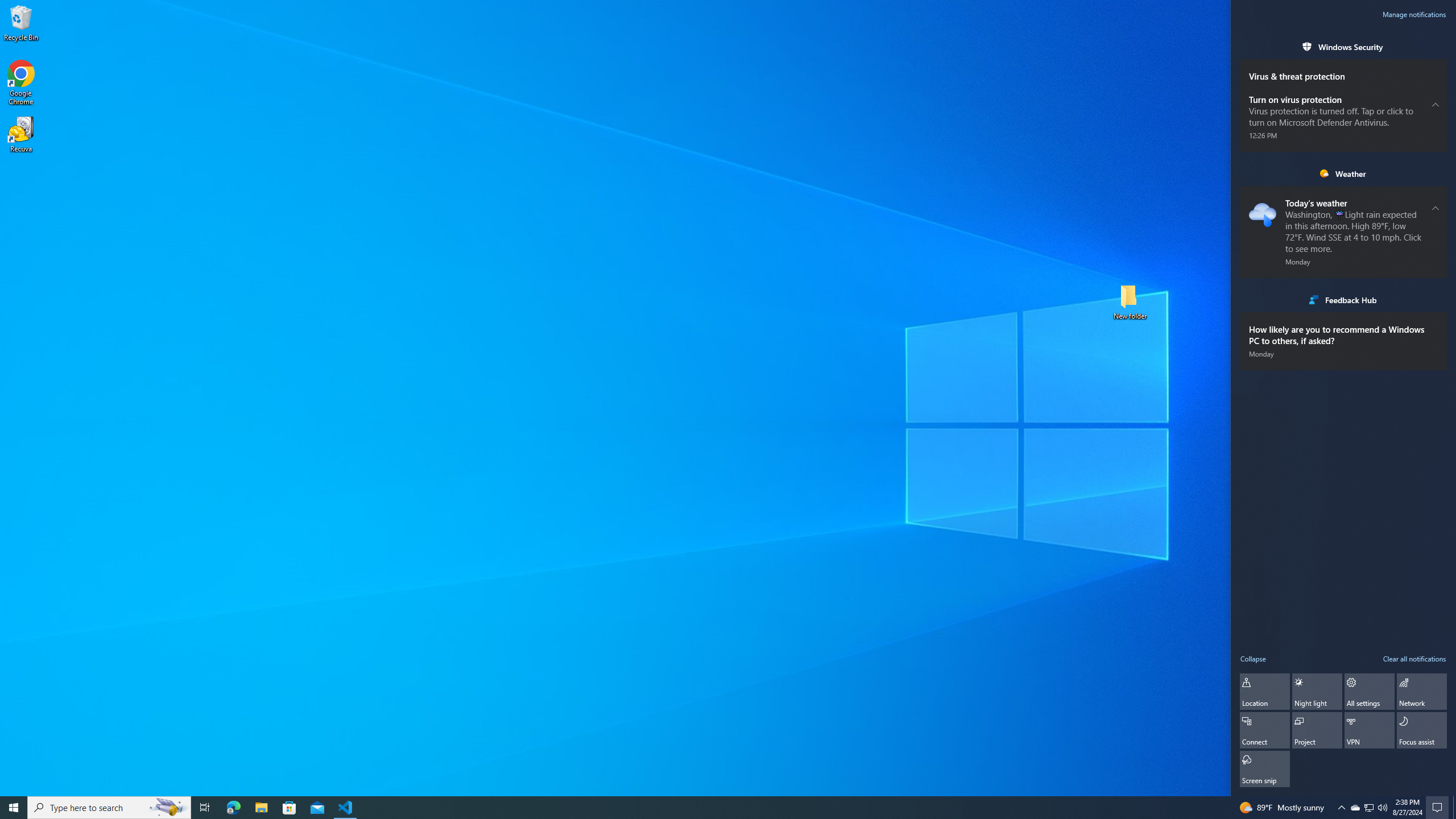 The height and width of the screenshot is (819, 1456). What do you see at coordinates (14, 806) in the screenshot?
I see `'Start'` at bounding box center [14, 806].